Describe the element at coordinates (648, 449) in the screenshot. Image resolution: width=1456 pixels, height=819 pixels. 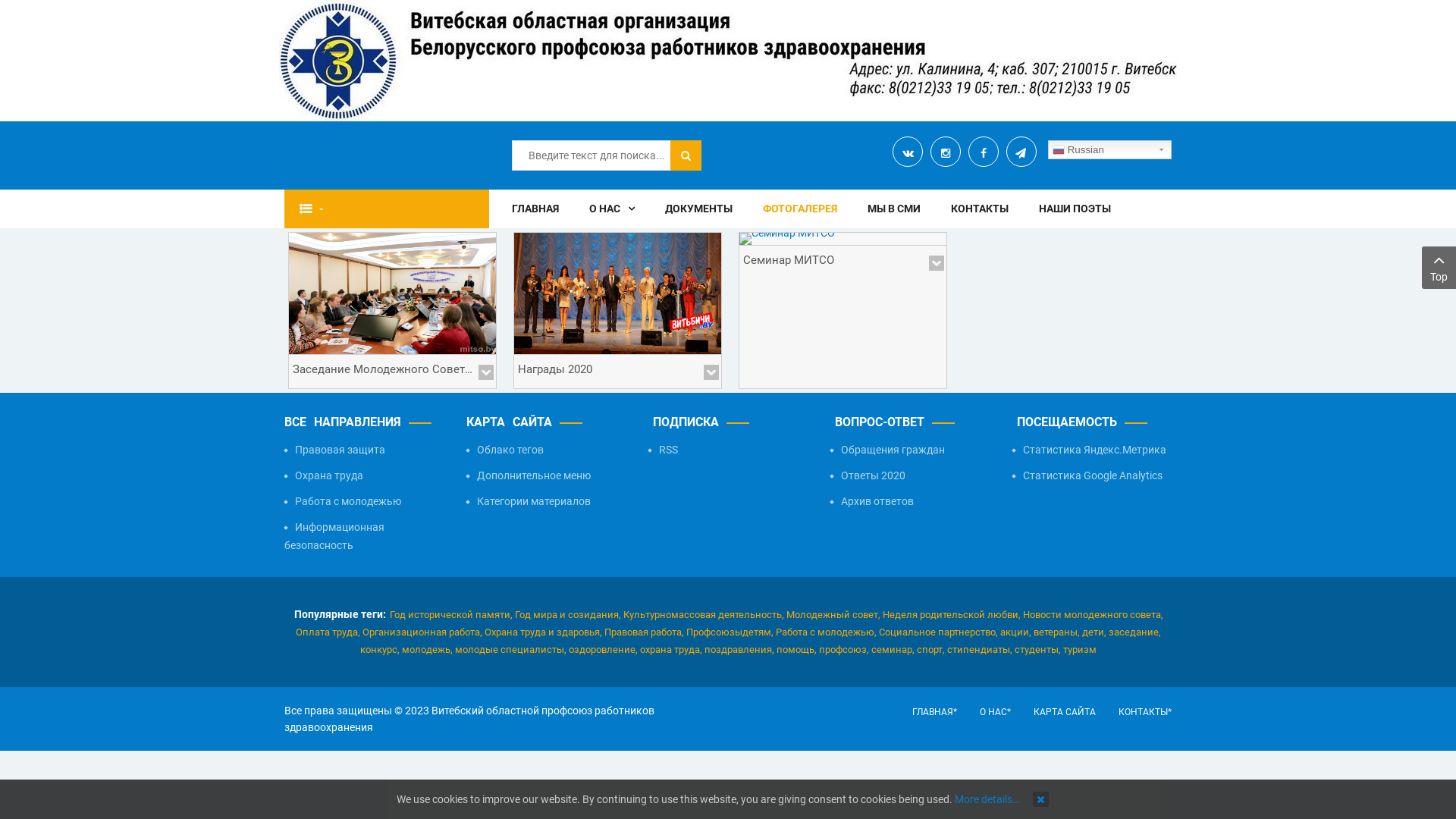
I see `'RSS'` at that location.